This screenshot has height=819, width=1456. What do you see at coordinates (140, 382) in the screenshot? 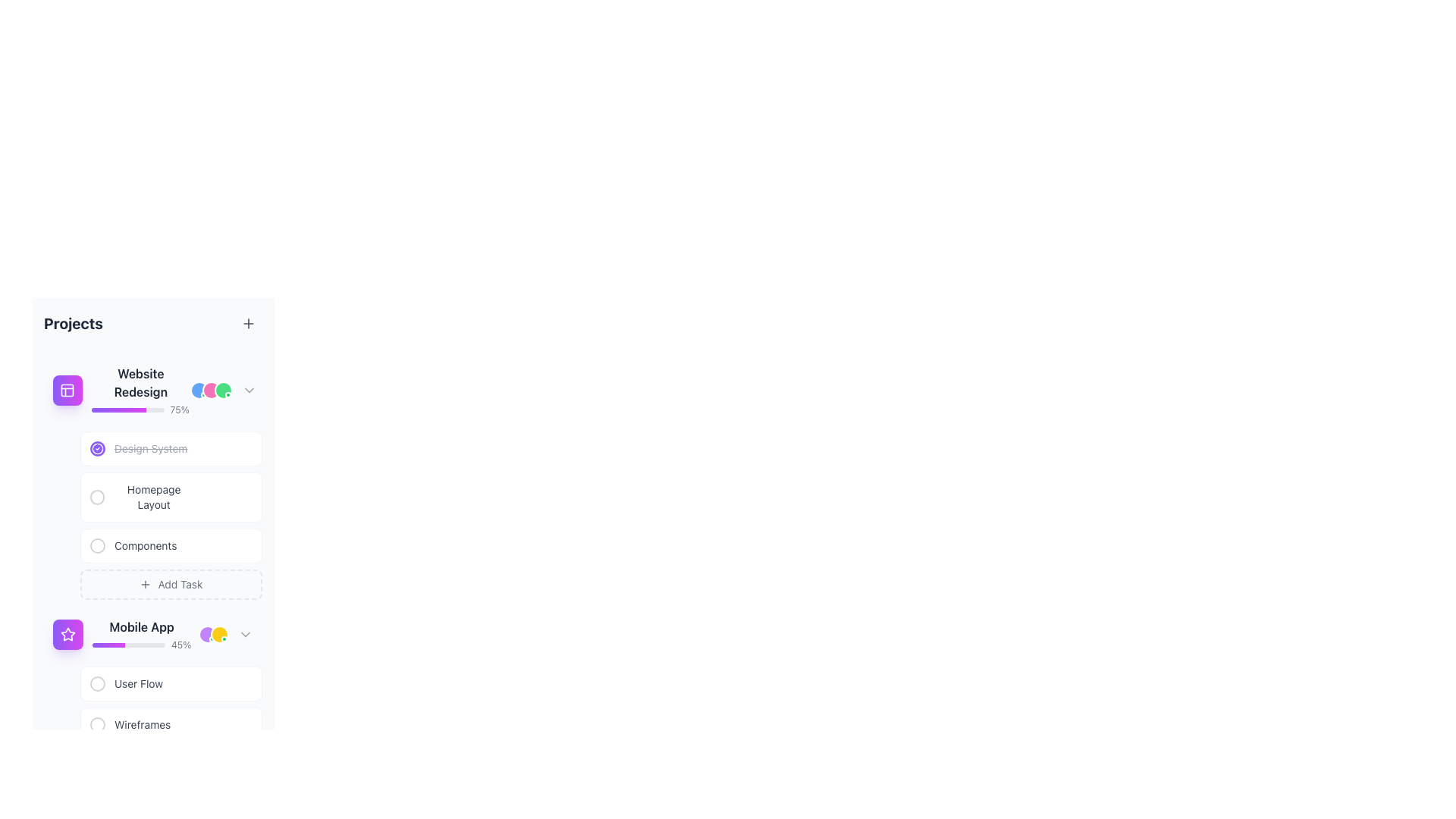
I see `the 'Website Redesign' text label located at the top-left part of the interface` at bounding box center [140, 382].